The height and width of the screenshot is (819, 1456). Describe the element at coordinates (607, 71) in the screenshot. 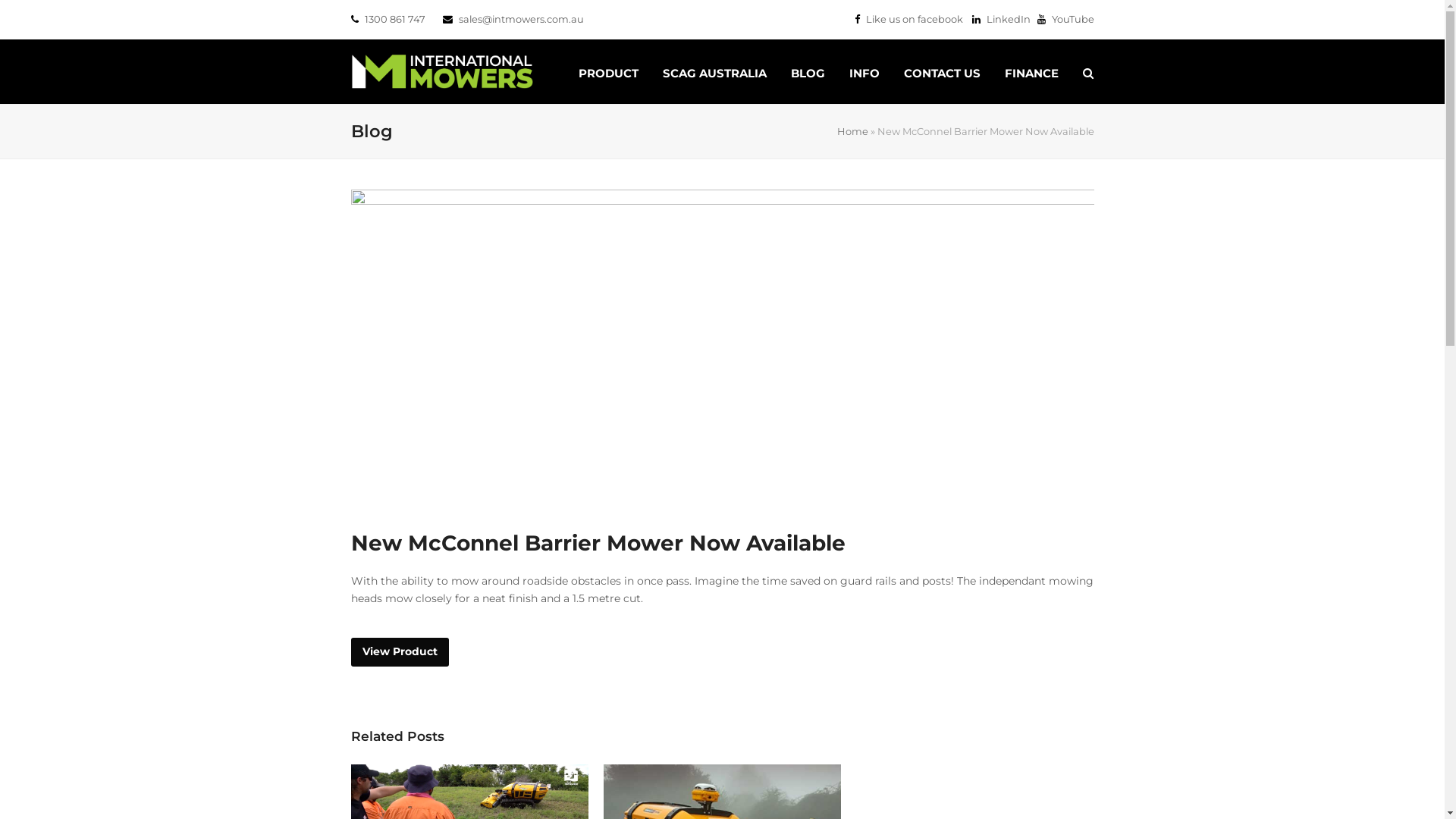

I see `'PRODUCT'` at that location.